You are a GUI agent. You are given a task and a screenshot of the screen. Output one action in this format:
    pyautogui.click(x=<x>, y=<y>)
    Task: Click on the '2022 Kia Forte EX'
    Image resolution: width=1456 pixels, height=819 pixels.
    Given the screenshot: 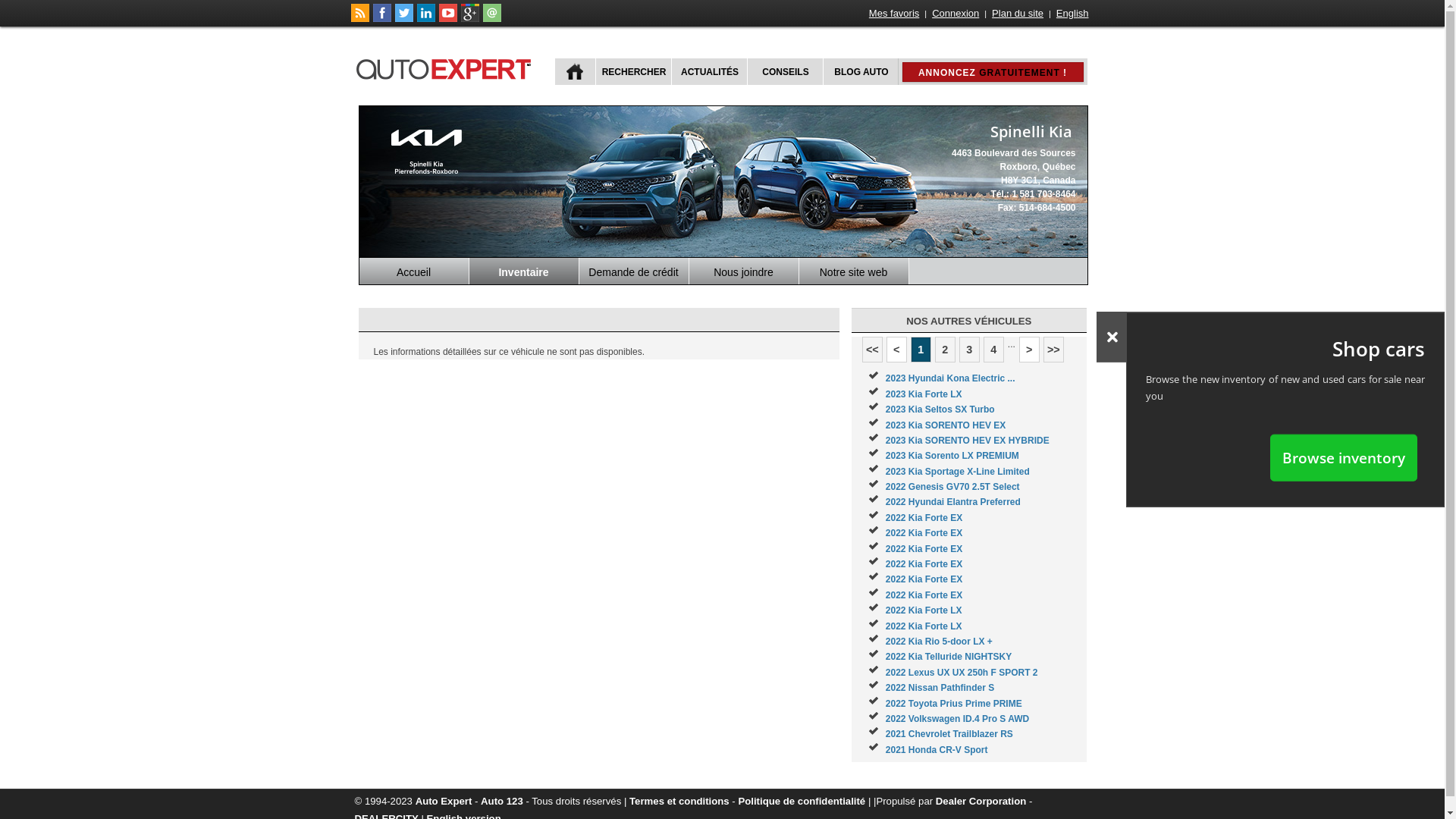 What is the action you would take?
    pyautogui.click(x=923, y=564)
    